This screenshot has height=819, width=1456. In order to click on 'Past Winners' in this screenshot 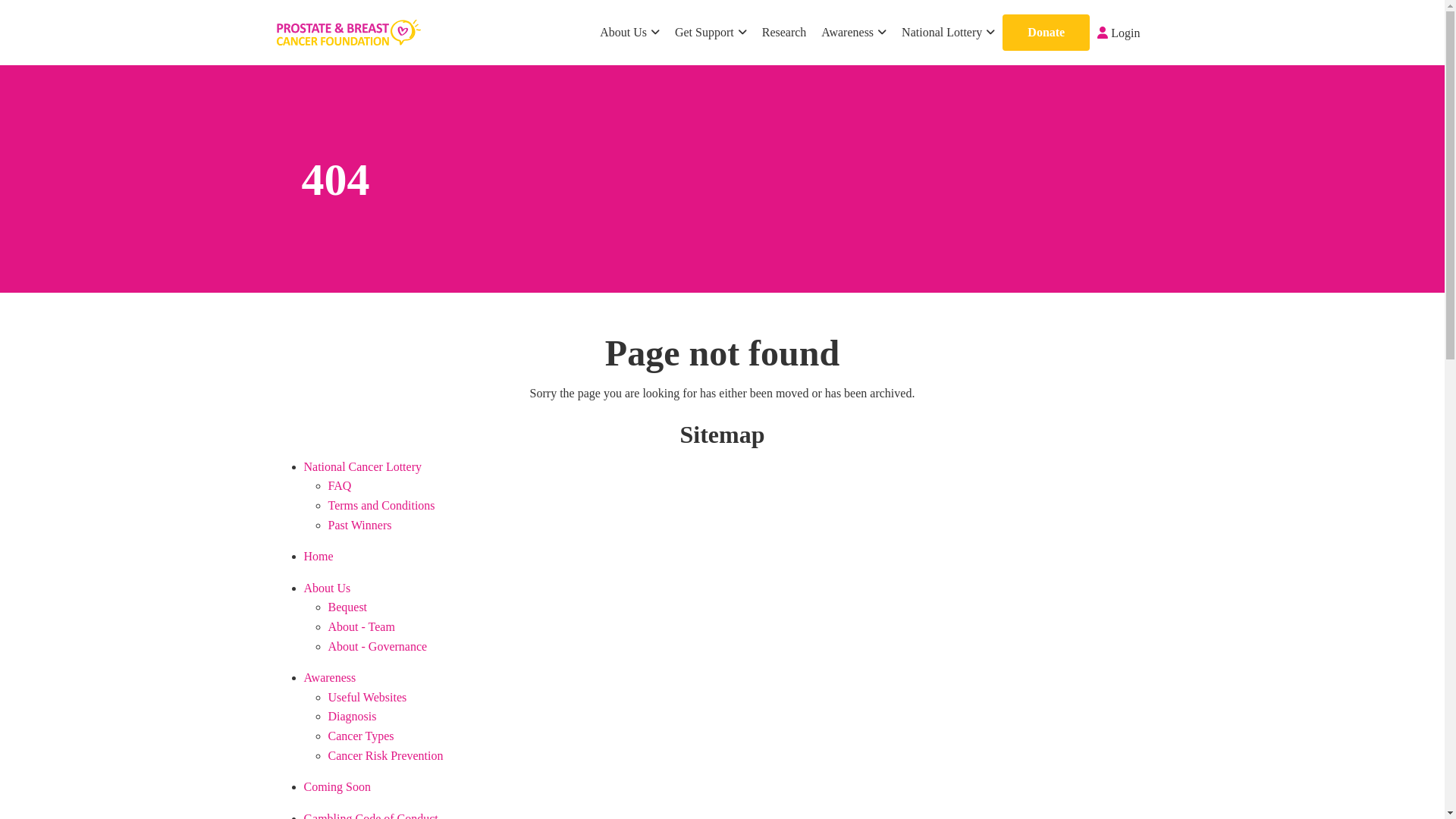, I will do `click(359, 524)`.